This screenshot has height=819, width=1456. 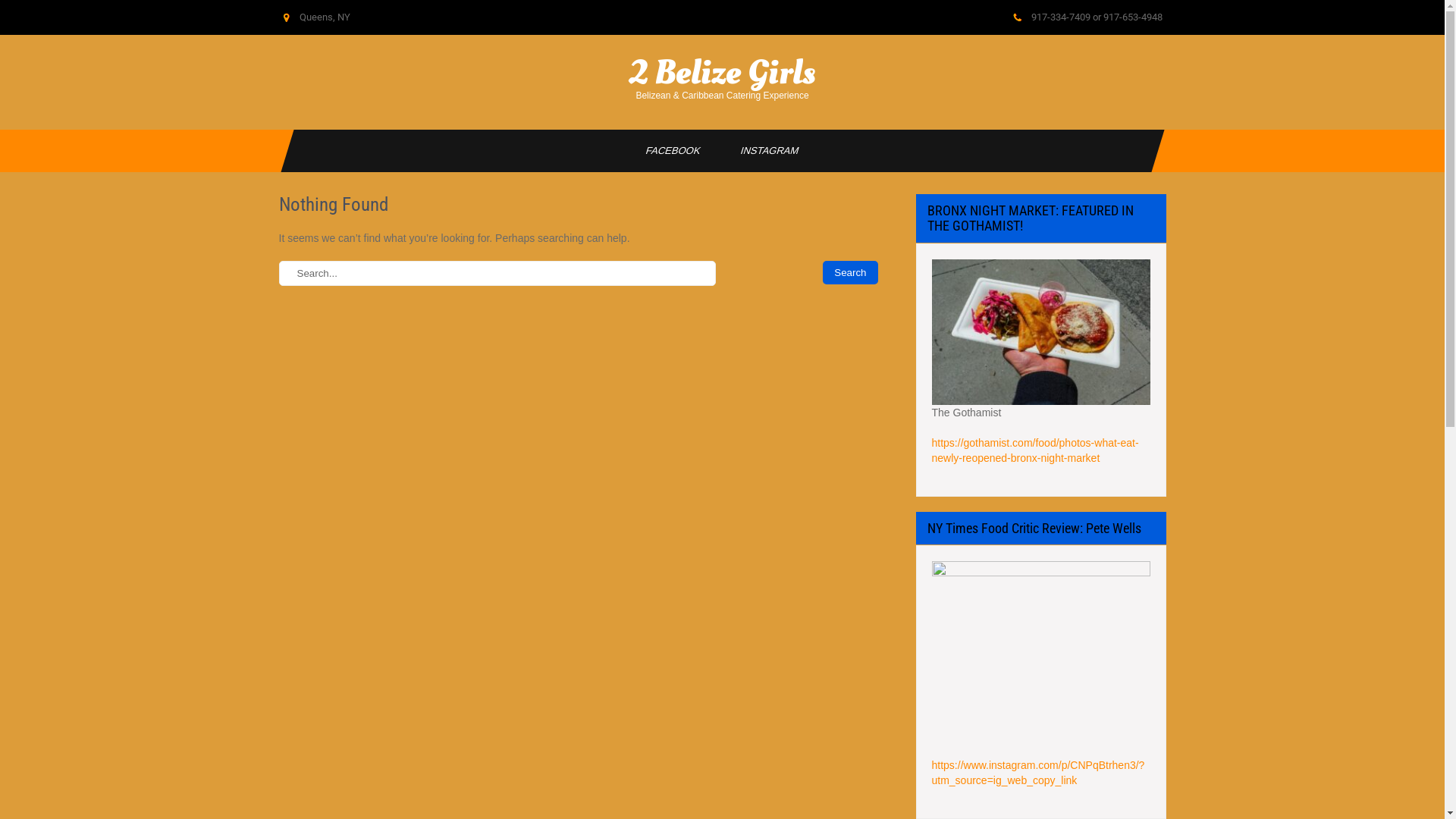 I want to click on 'FACEBOOK', so click(x=620, y=151).